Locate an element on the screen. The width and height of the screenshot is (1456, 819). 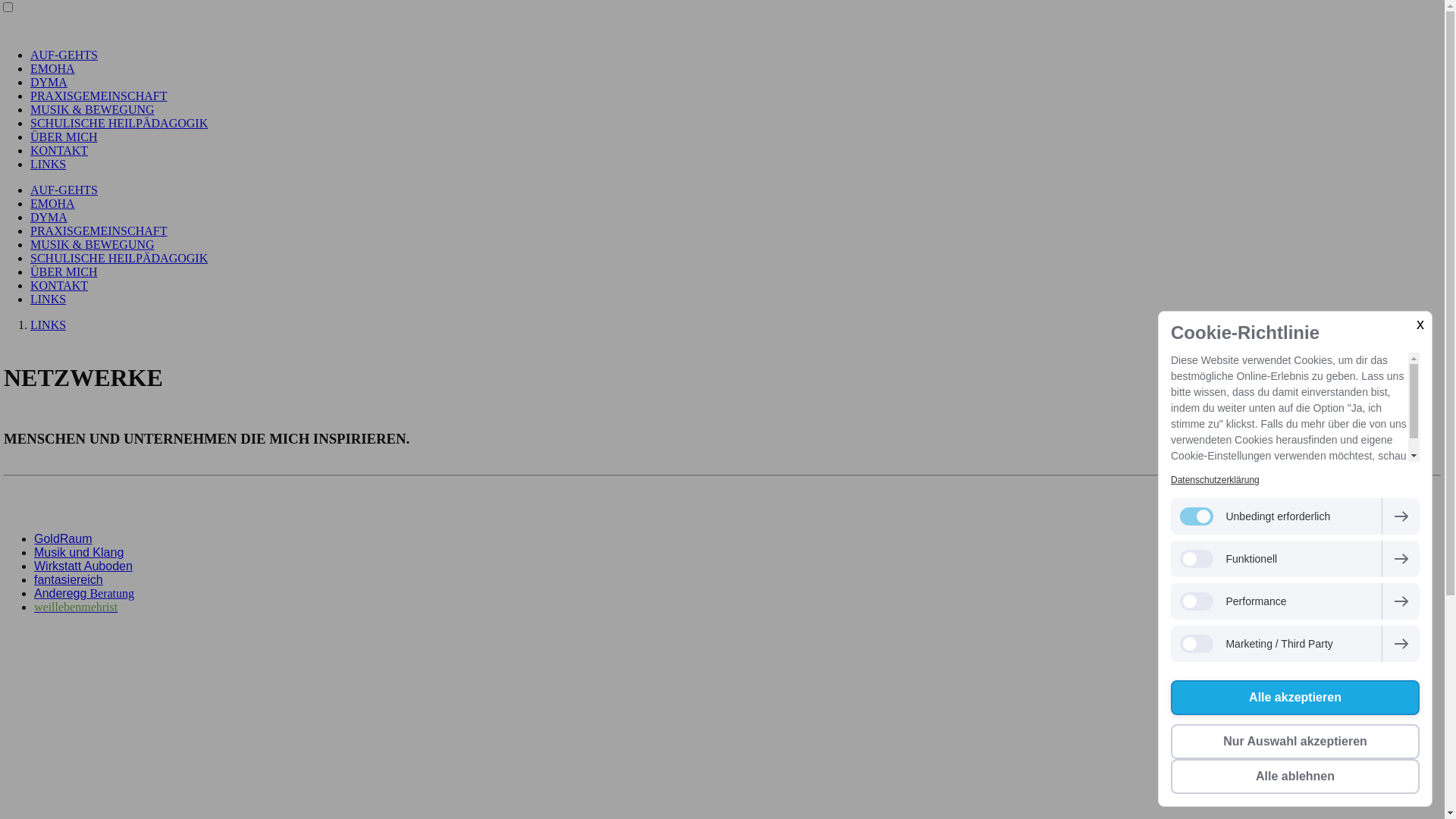
'Musik und Klang' is located at coordinates (78, 552).